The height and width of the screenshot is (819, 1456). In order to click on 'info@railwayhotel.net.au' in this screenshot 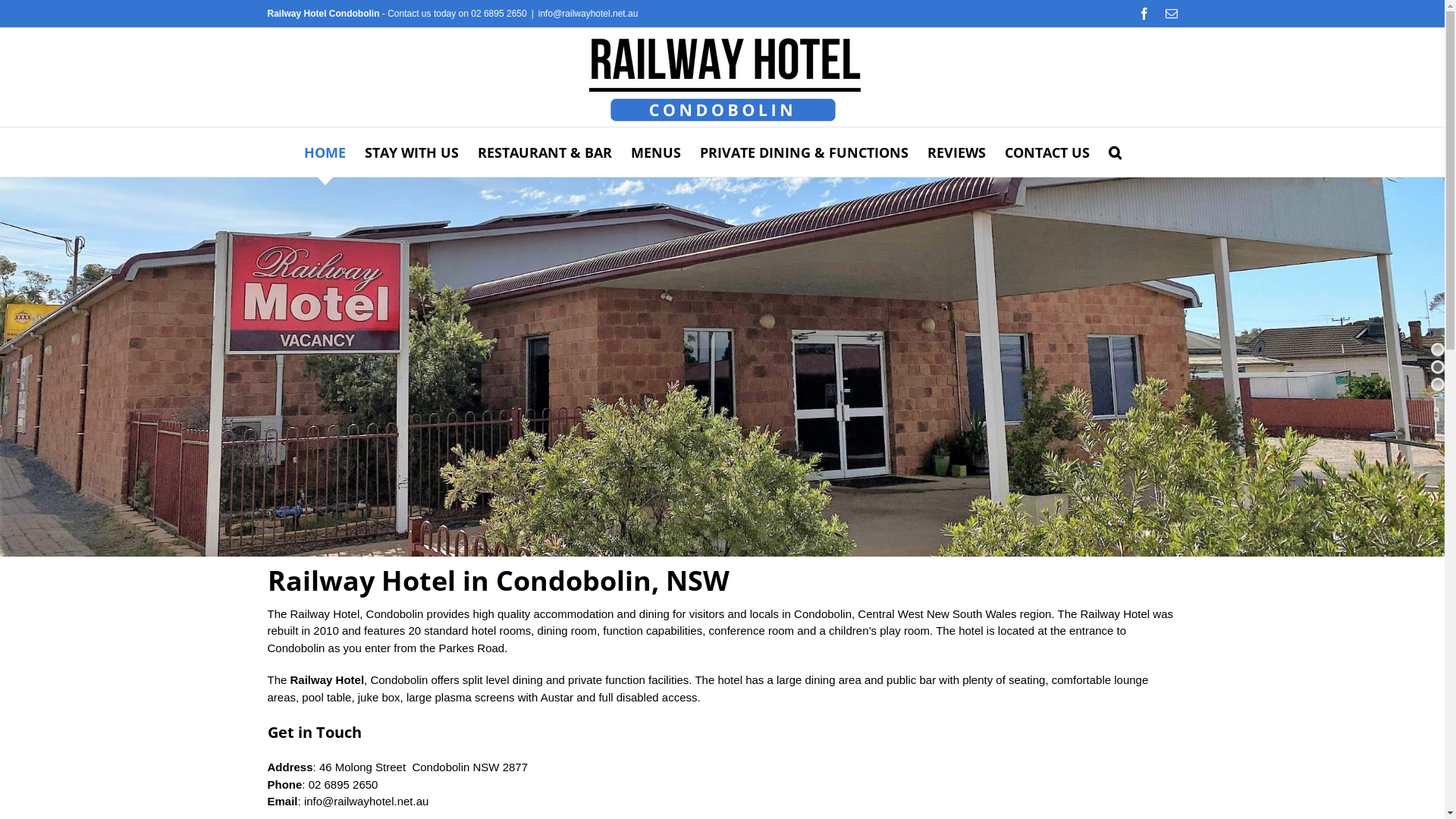, I will do `click(588, 14)`.